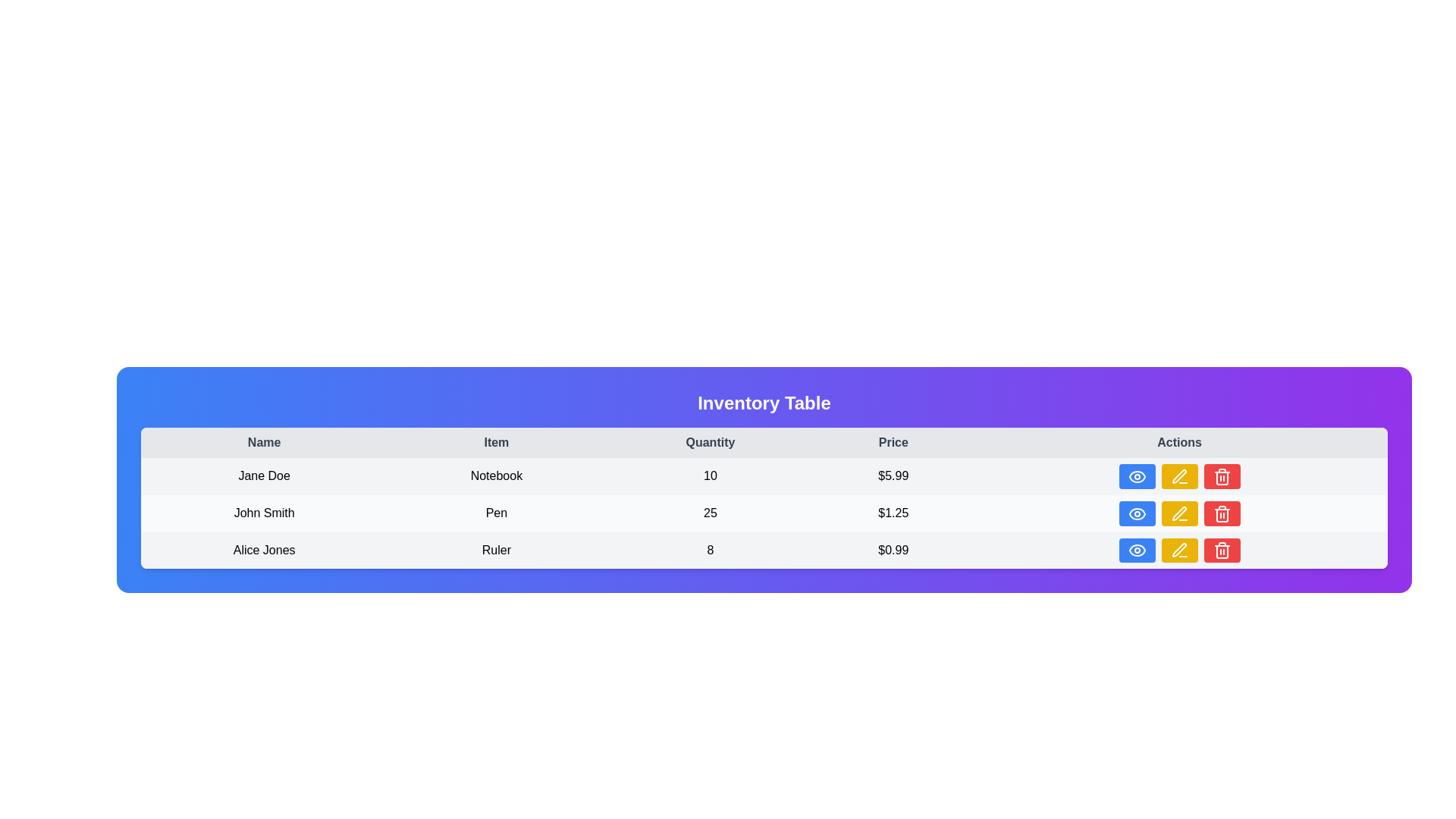 The width and height of the screenshot is (1456, 819). What do you see at coordinates (496, 513) in the screenshot?
I see `text label displaying 'Pen' in the inventory table, located in the second row under the 'Item' column` at bounding box center [496, 513].